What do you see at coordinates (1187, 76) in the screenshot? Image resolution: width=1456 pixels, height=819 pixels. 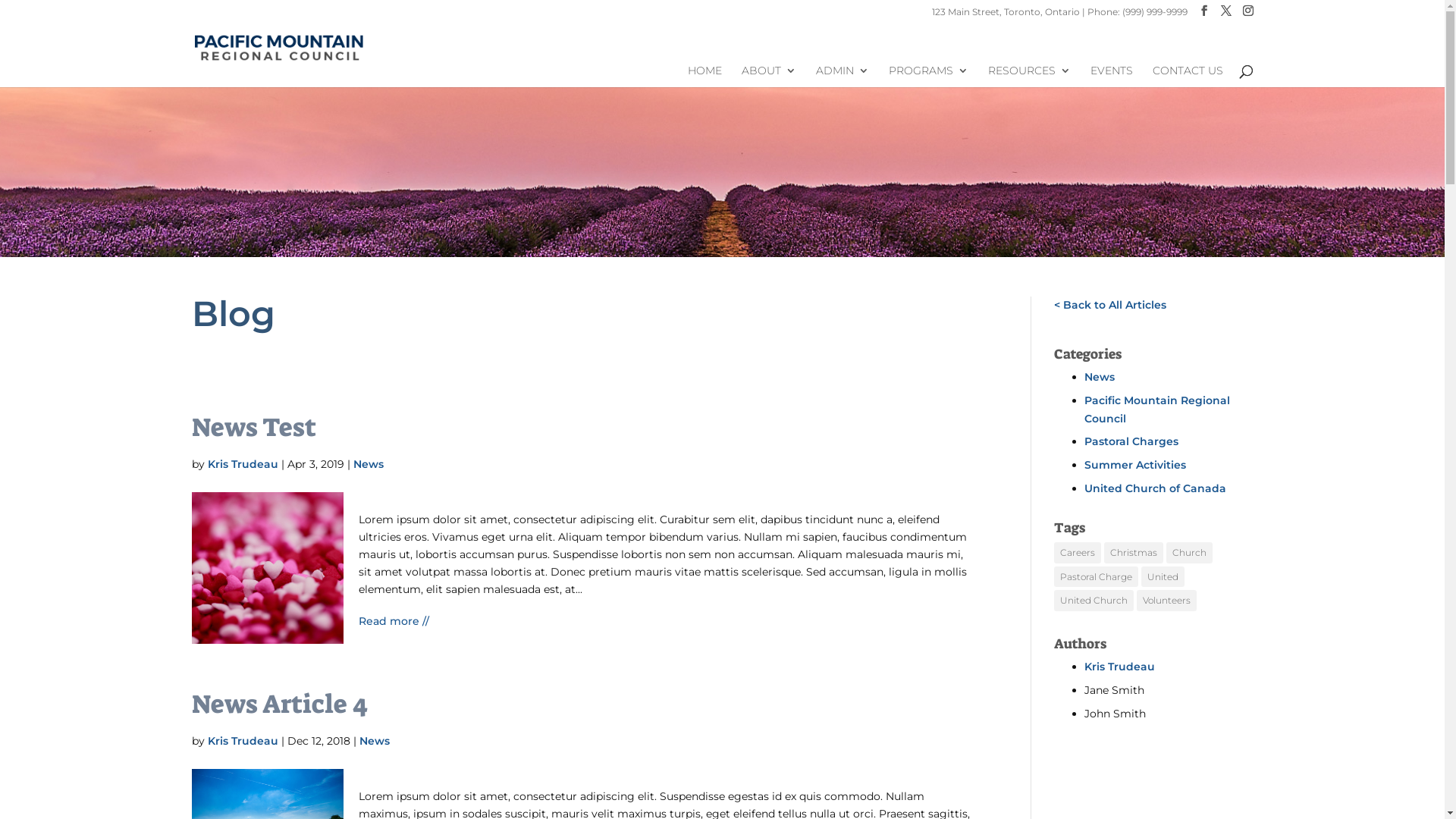 I see `'CONTACT US'` at bounding box center [1187, 76].